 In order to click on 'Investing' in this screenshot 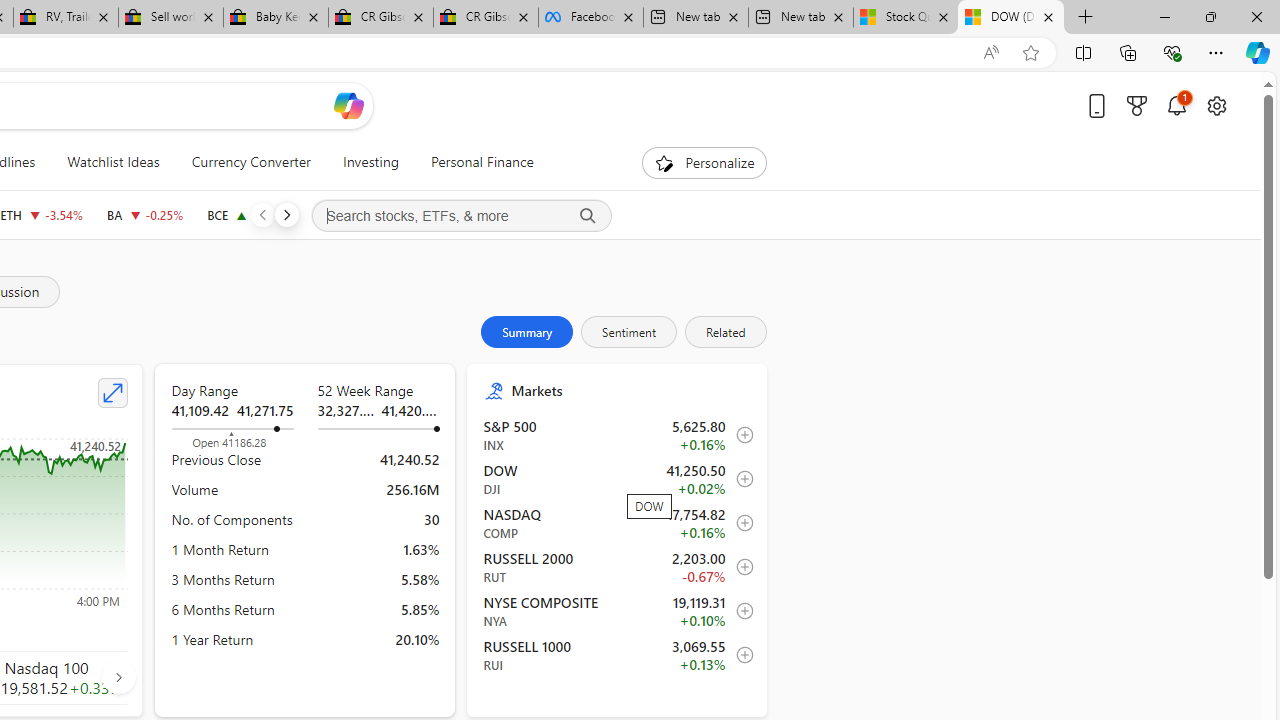, I will do `click(370, 162)`.